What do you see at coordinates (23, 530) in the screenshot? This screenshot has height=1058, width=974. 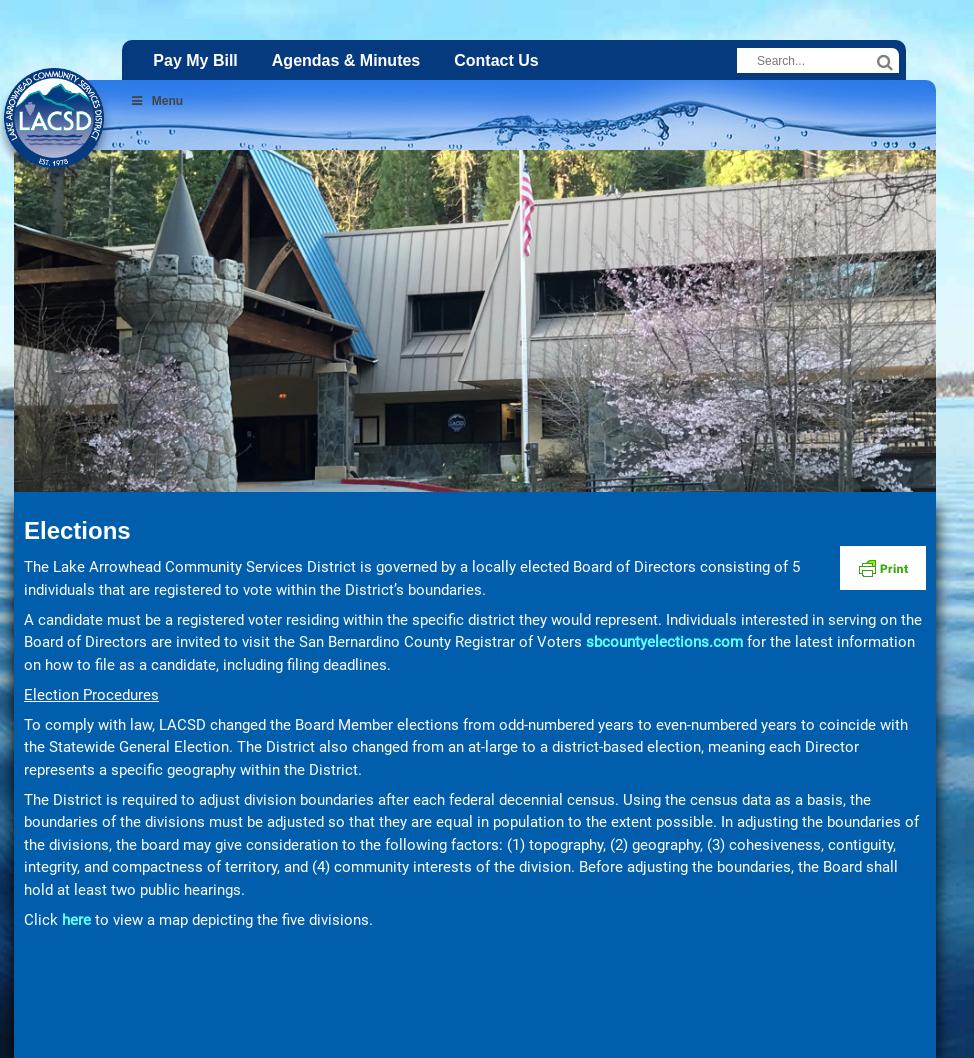 I see `'Elections'` at bounding box center [23, 530].